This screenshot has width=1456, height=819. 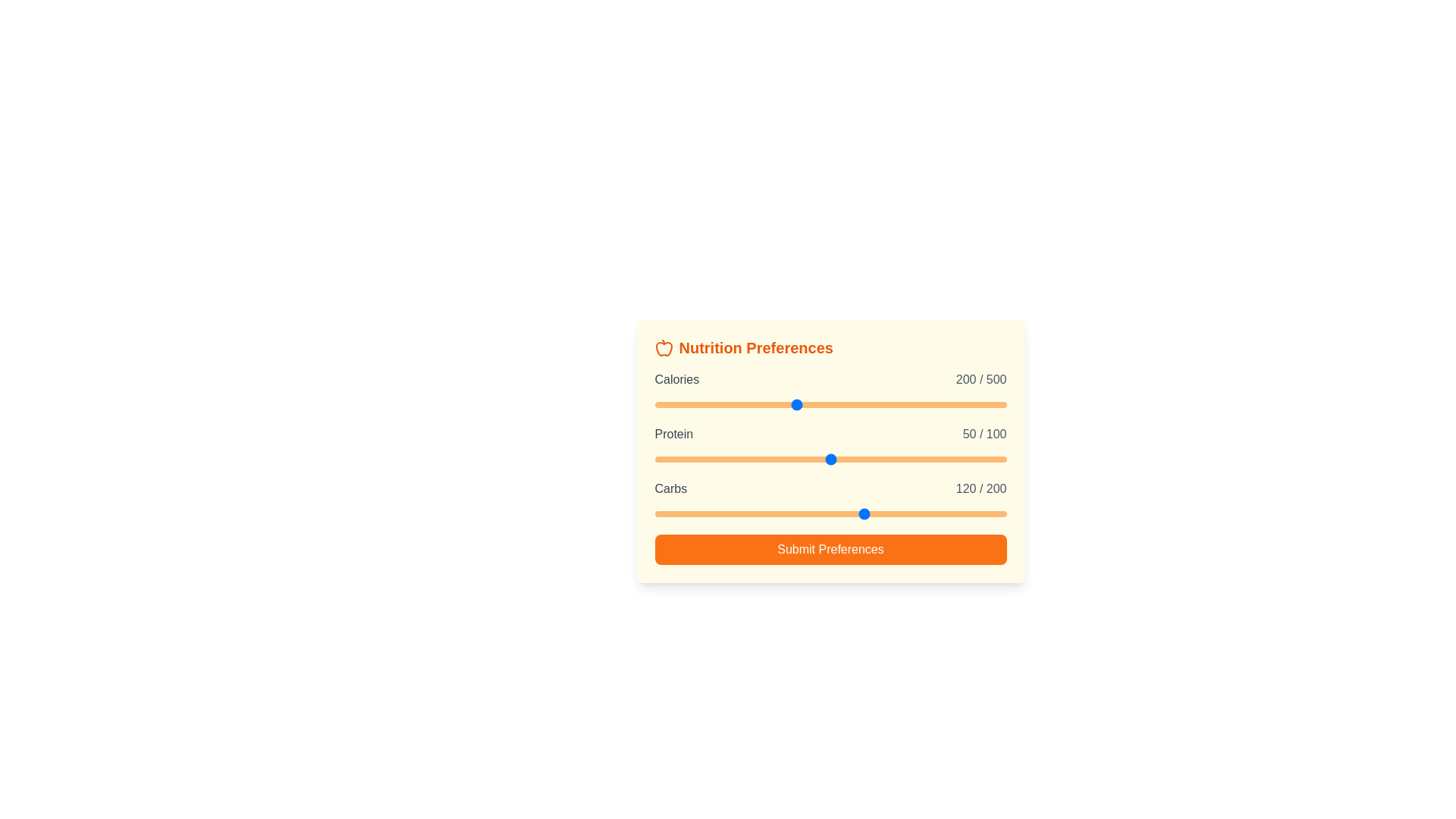 I want to click on the caloric value, so click(x=769, y=403).